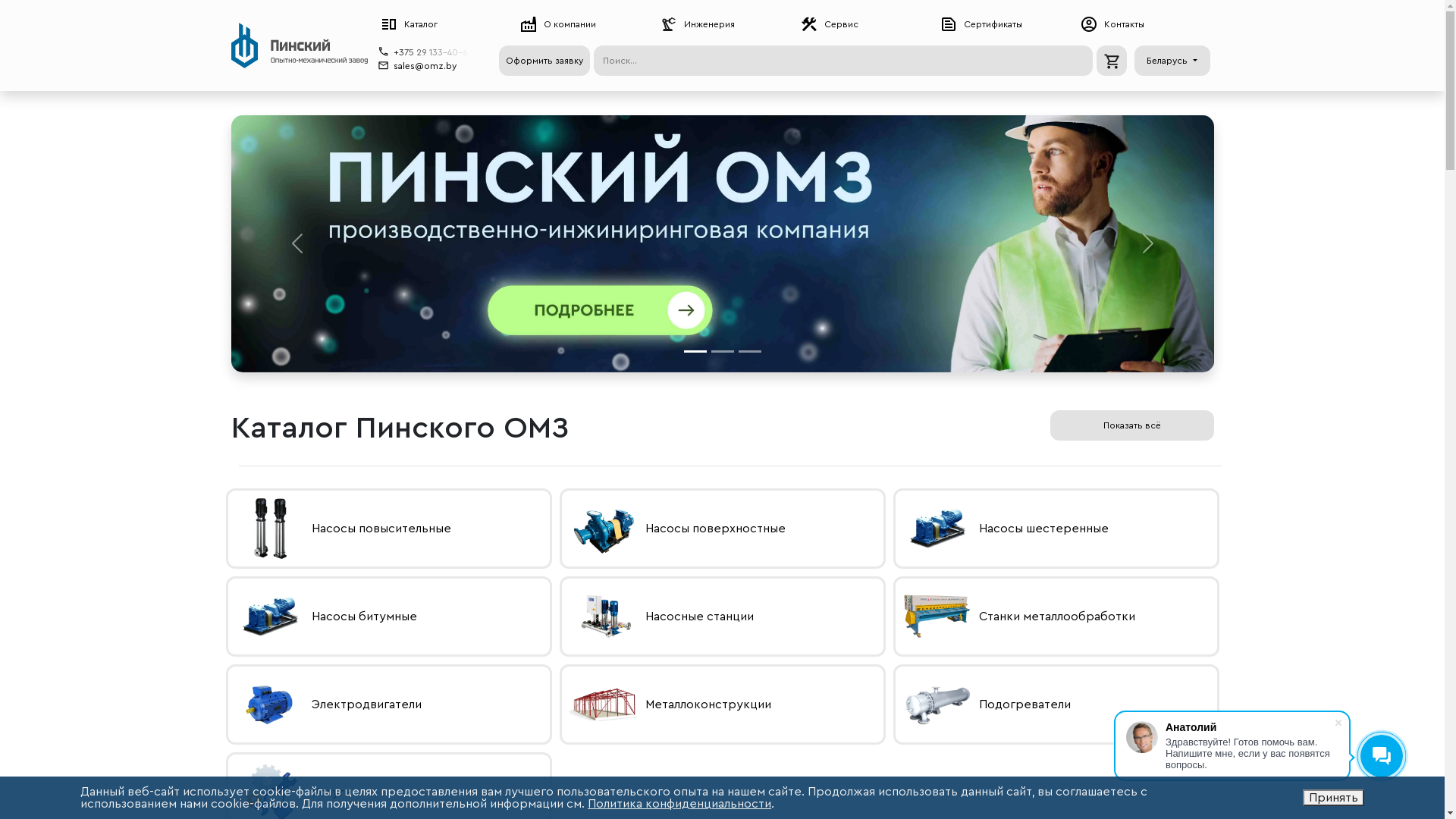 The width and height of the screenshot is (1456, 819). What do you see at coordinates (1072, 243) in the screenshot?
I see `'Next'` at bounding box center [1072, 243].